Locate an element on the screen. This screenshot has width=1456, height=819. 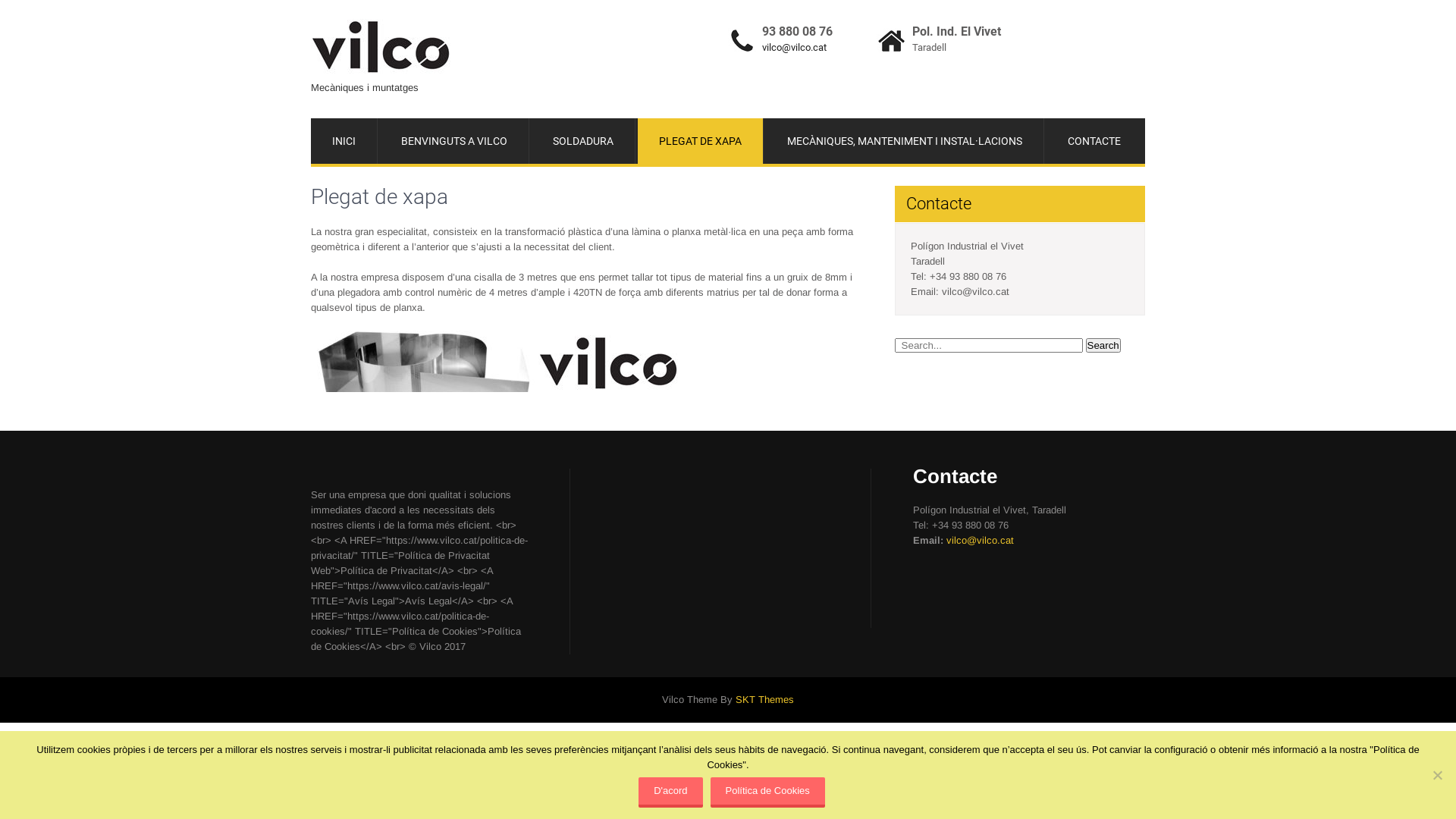
'PLEGAT DE XAPA' is located at coordinates (700, 140).